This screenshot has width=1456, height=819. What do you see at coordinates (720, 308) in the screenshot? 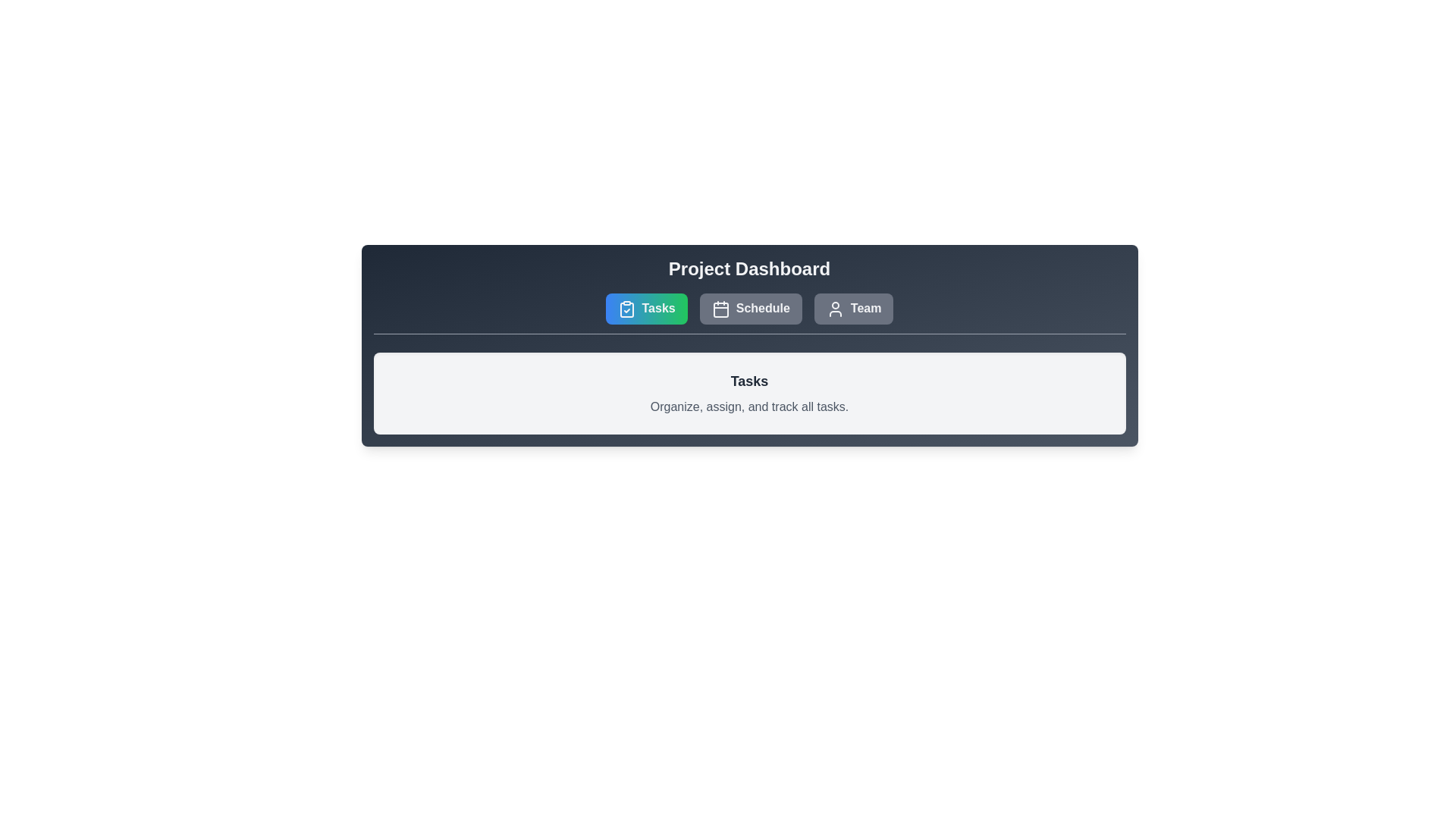
I see `the calendar icon located to the left of the 'Schedule' button in the navigation bar, which features a grey and white color scheme with a rectangular frame and date grid` at bounding box center [720, 308].